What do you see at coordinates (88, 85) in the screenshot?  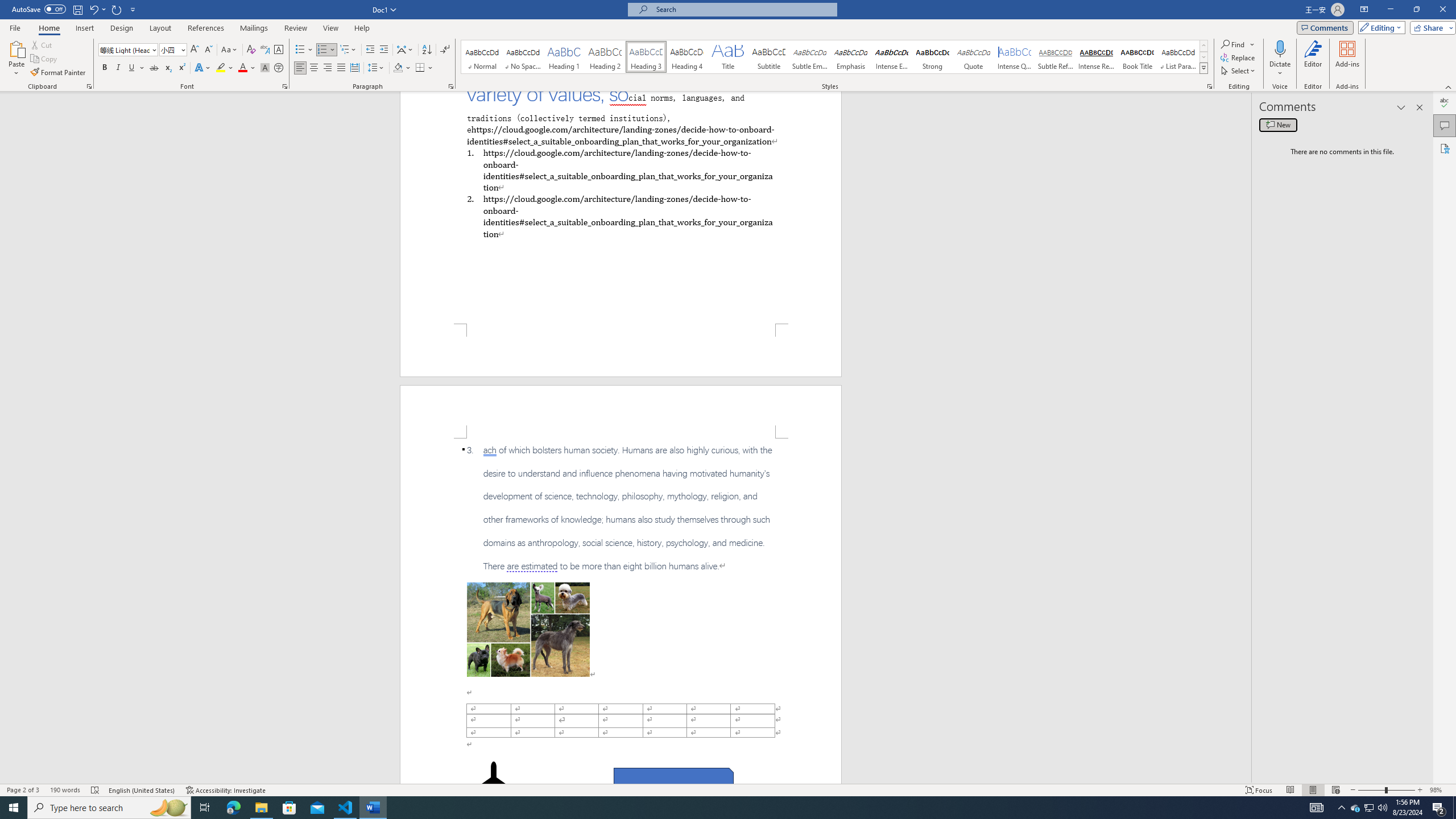 I see `'Office Clipboard...'` at bounding box center [88, 85].